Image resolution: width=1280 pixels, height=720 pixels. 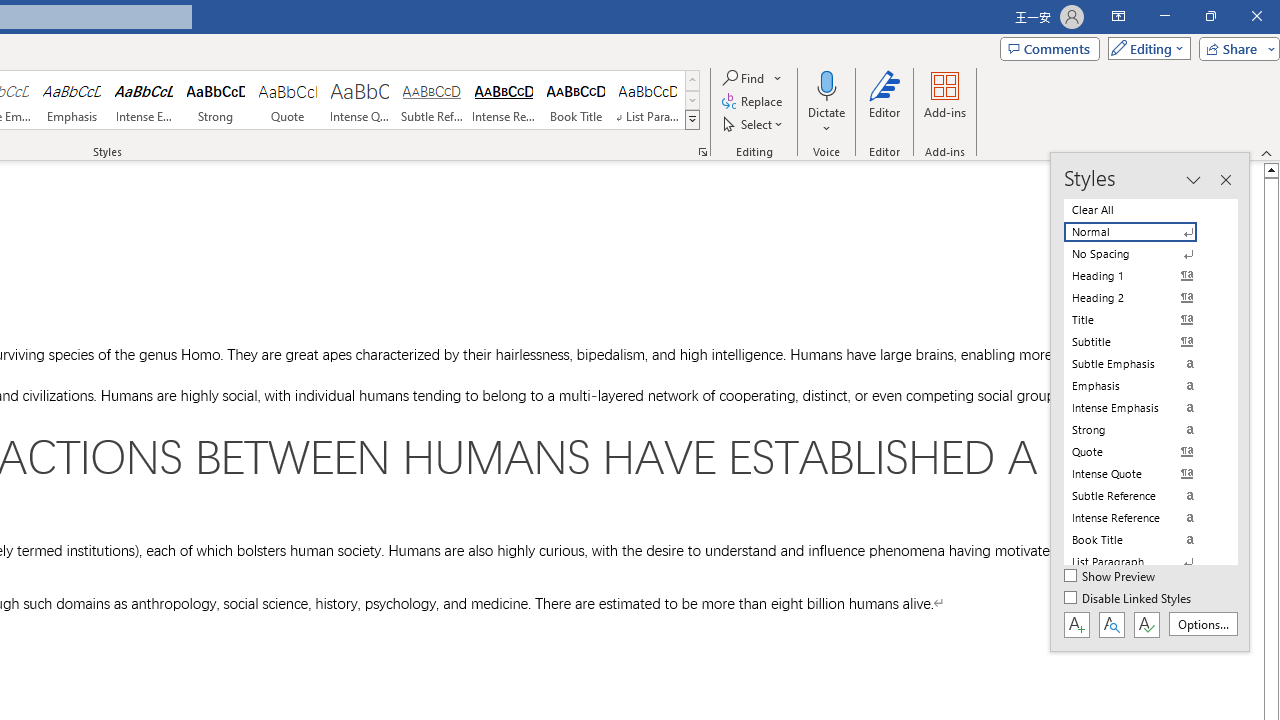 I want to click on 'Class: NetUIButton', so click(x=1146, y=623).